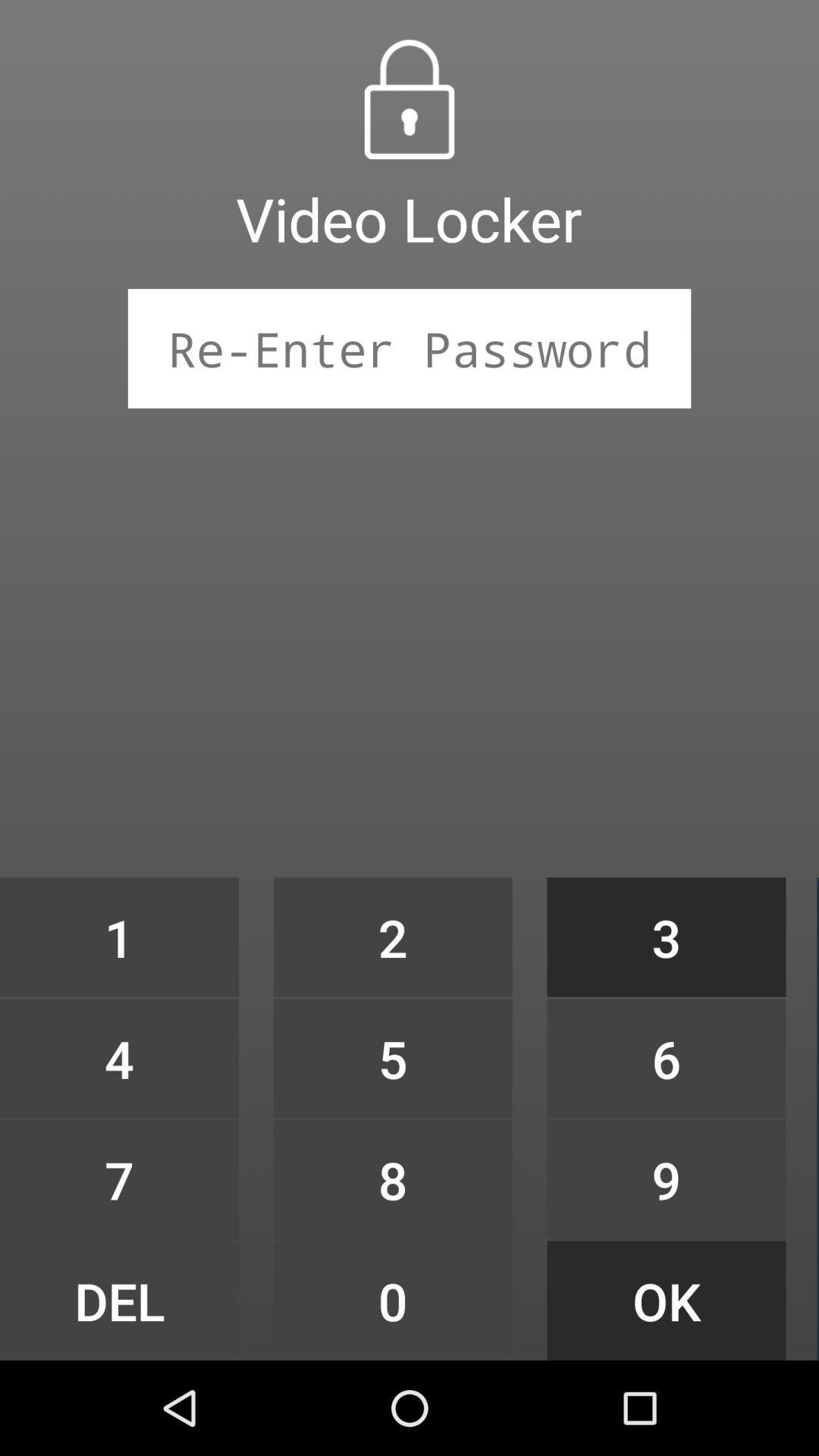  I want to click on 0 item, so click(392, 1300).